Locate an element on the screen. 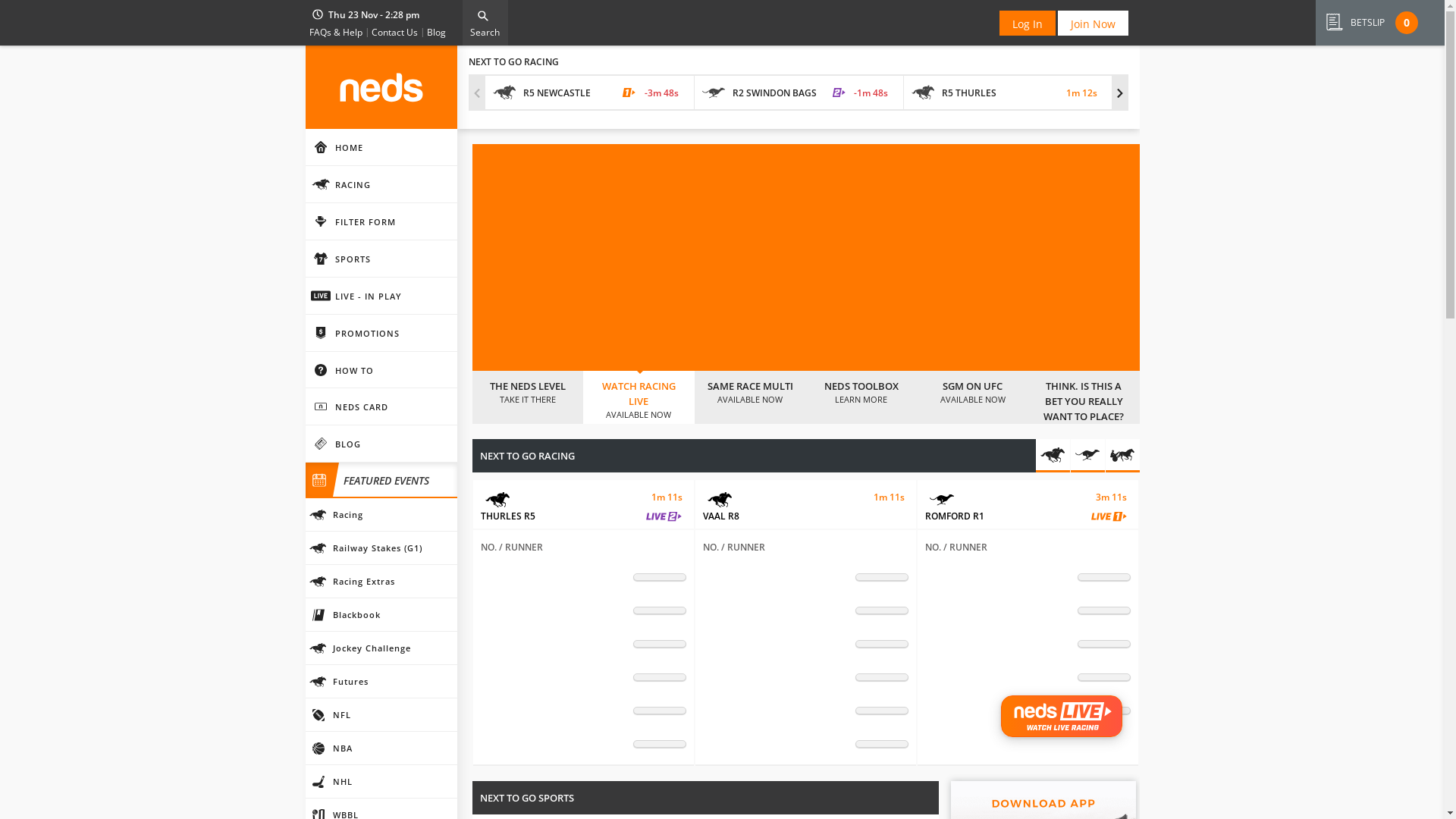 The image size is (1456, 819). 'R2 SWINDON BAGS is located at coordinates (694, 93).